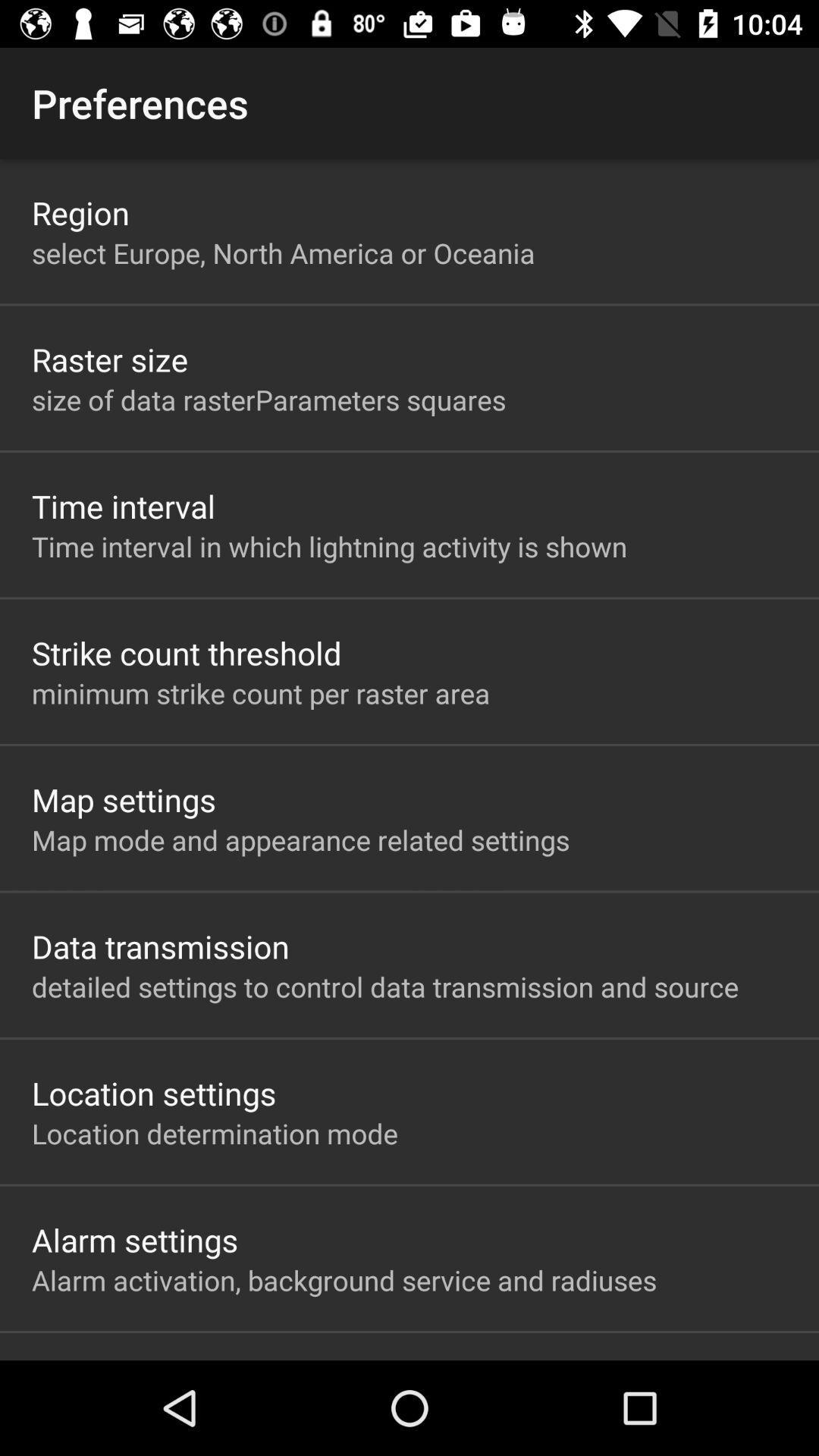  I want to click on alarm activation background icon, so click(344, 1279).